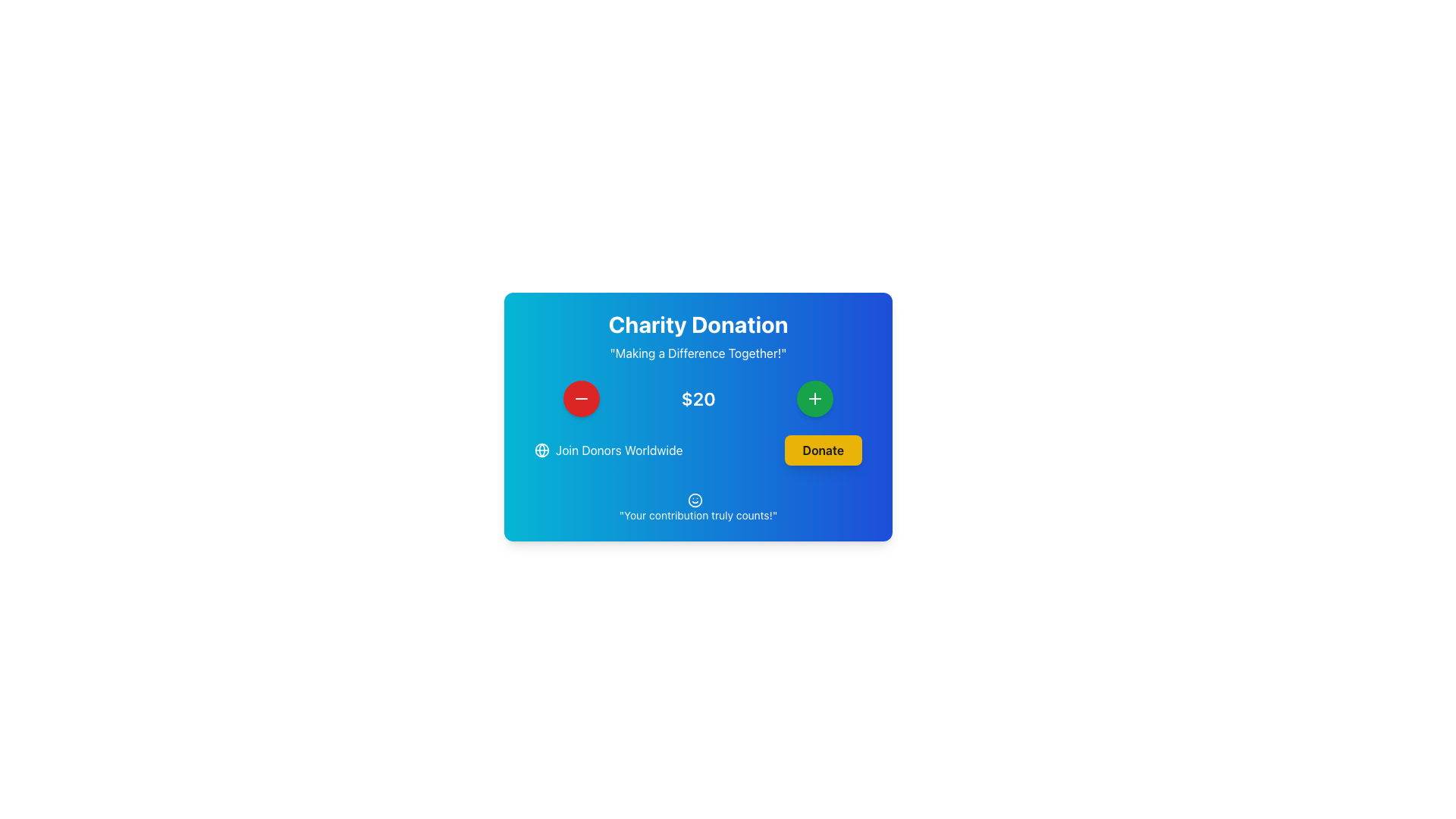 Image resolution: width=1456 pixels, height=819 pixels. What do you see at coordinates (542, 450) in the screenshot?
I see `the associated information or content by clicking on the SVG graphic circle icon representing 'worldwide' or 'global' within the charity donation theme` at bounding box center [542, 450].